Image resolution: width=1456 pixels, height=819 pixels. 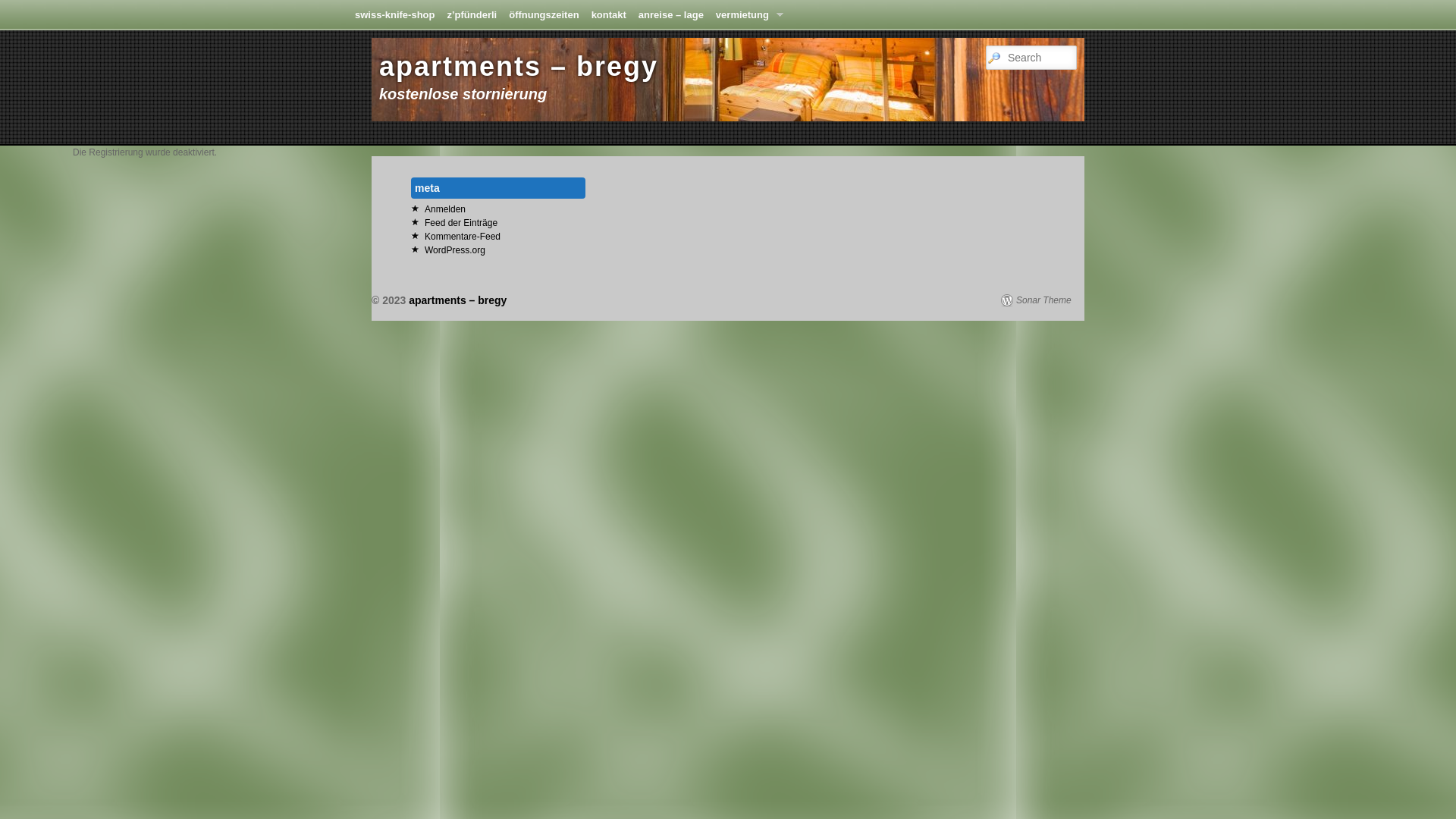 What do you see at coordinates (461, 237) in the screenshot?
I see `'Kommentare-Feed'` at bounding box center [461, 237].